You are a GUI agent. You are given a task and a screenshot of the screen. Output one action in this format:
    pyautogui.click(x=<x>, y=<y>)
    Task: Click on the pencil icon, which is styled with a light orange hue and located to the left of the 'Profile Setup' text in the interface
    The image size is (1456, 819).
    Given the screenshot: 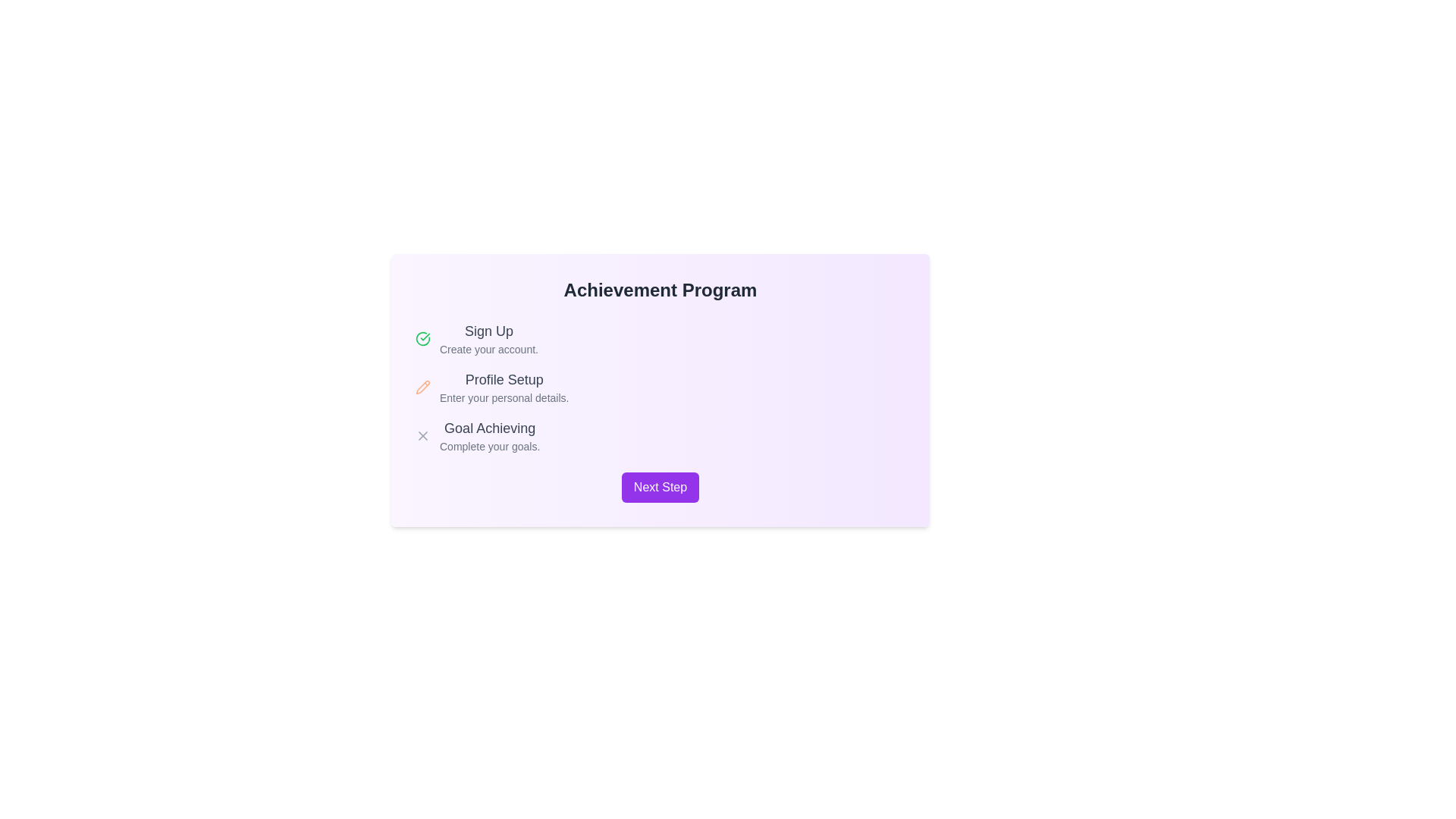 What is the action you would take?
    pyautogui.click(x=422, y=385)
    